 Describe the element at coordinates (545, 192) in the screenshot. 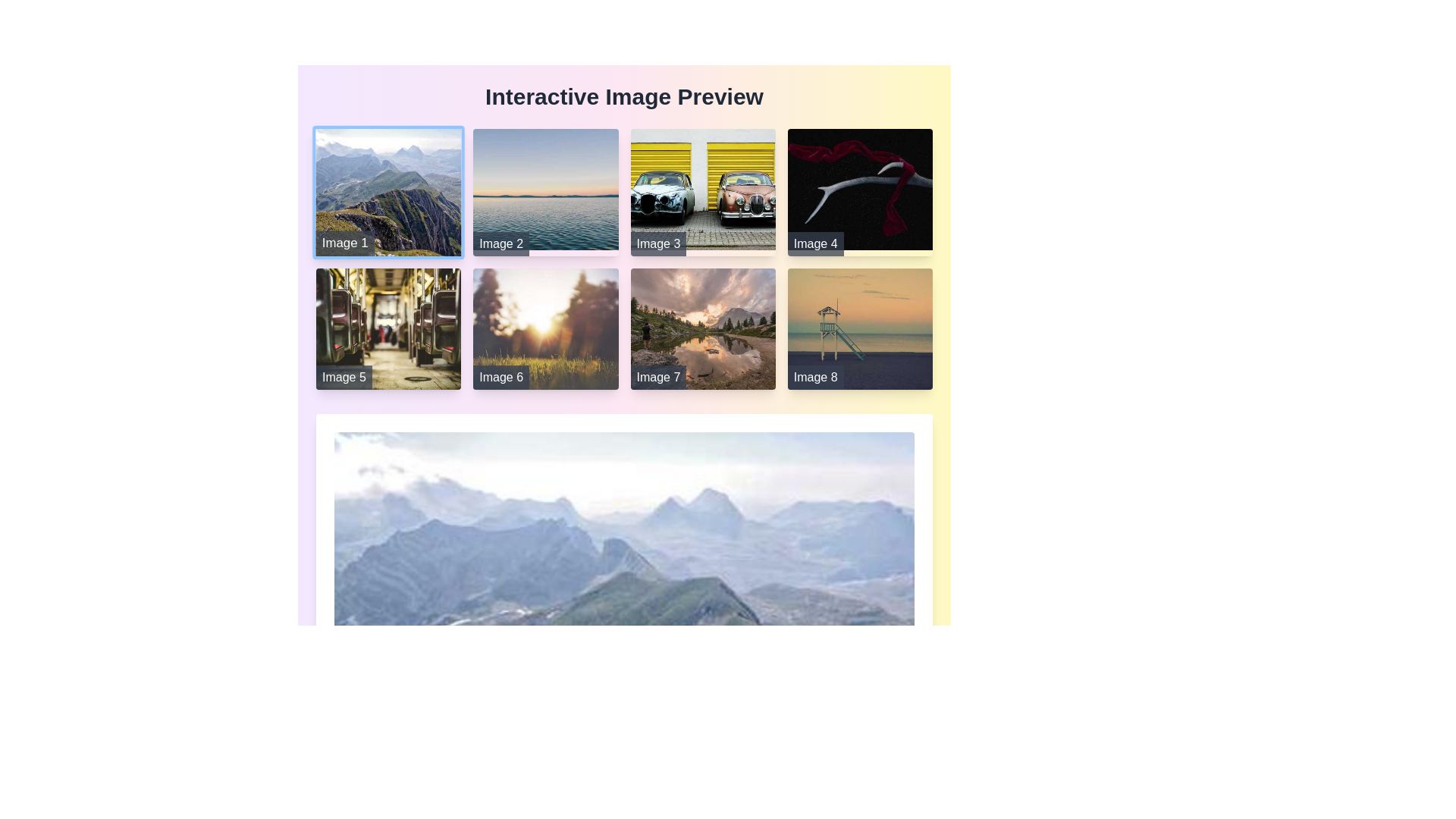

I see `the second image card in the first row of the interactive image grid` at that location.